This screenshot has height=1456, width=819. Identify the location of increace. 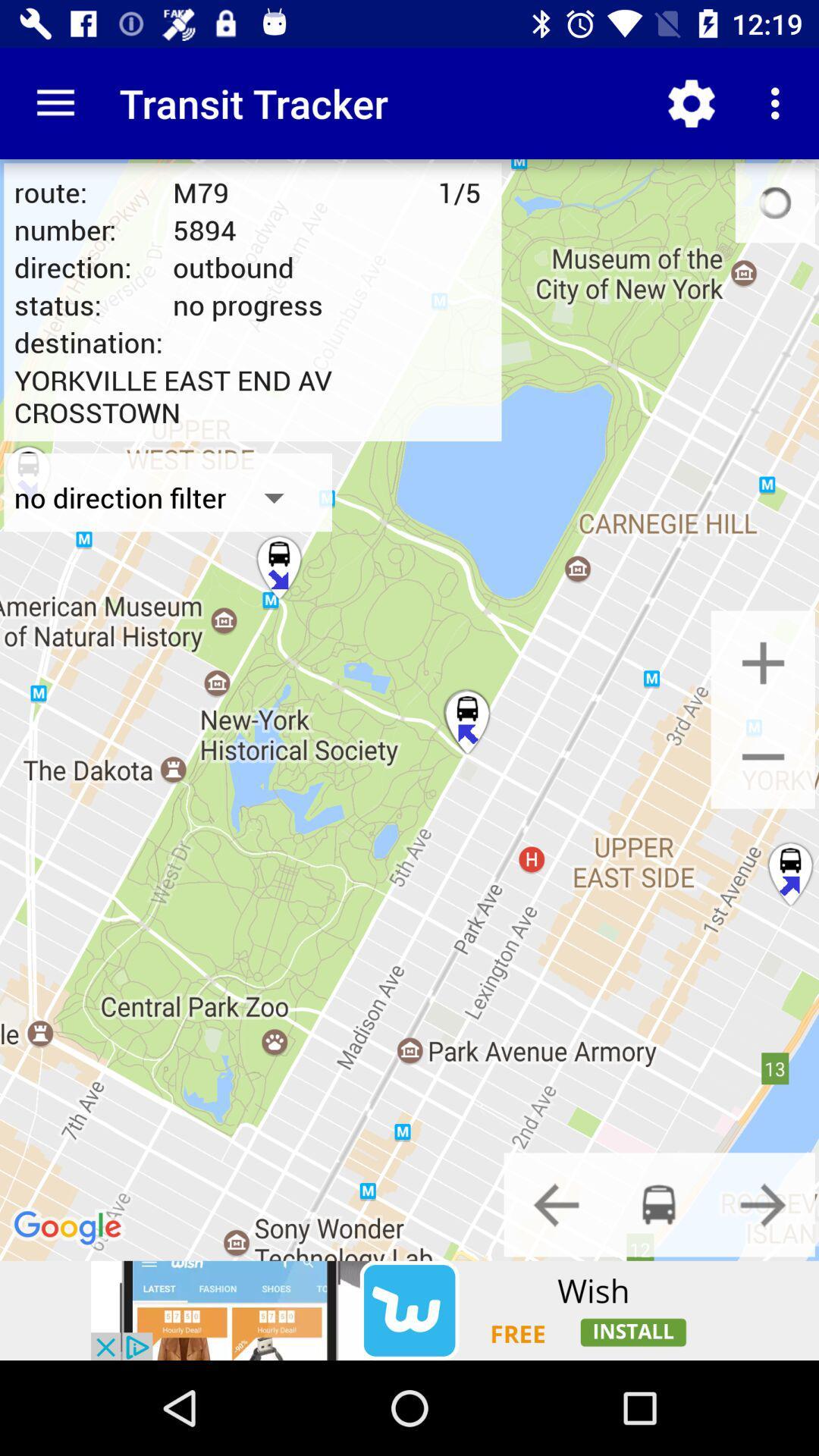
(763, 663).